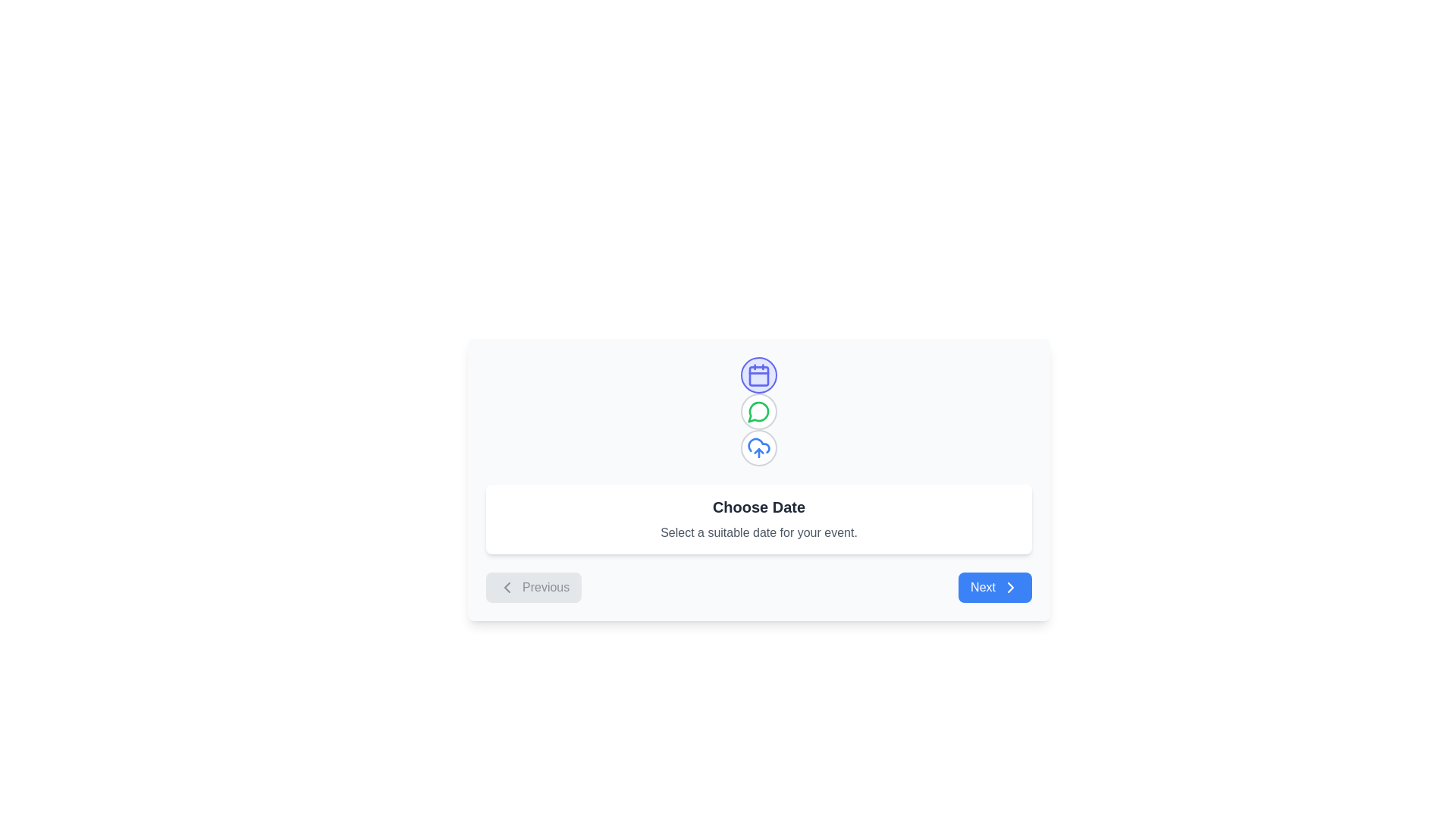 Image resolution: width=1456 pixels, height=819 pixels. Describe the element at coordinates (534, 587) in the screenshot. I see `the button located in the bottom left of the horizontal navigation bar` at that location.